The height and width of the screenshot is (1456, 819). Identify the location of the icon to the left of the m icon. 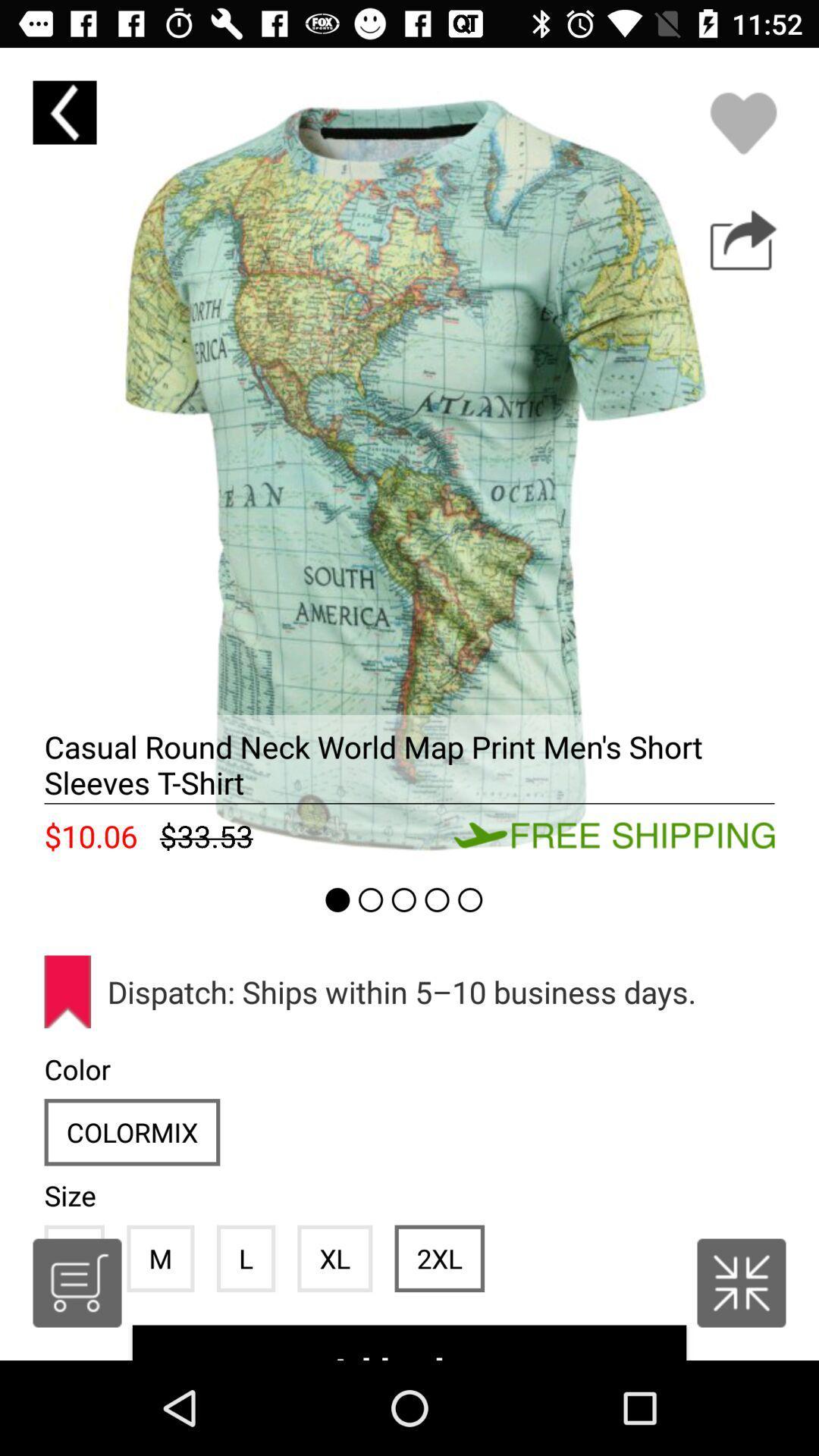
(77, 1282).